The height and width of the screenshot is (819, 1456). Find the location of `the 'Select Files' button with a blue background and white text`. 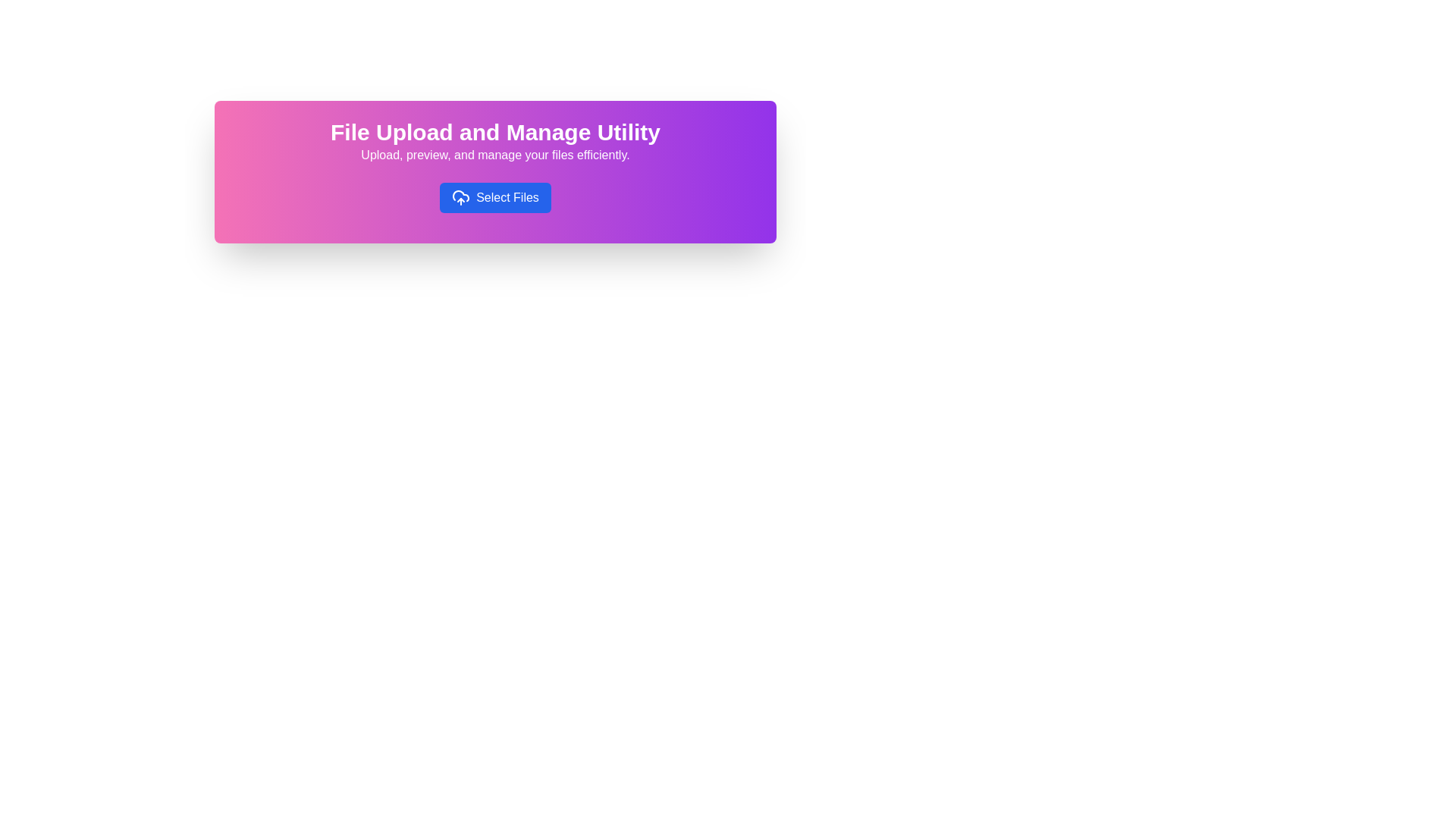

the 'Select Files' button with a blue background and white text is located at coordinates (495, 197).